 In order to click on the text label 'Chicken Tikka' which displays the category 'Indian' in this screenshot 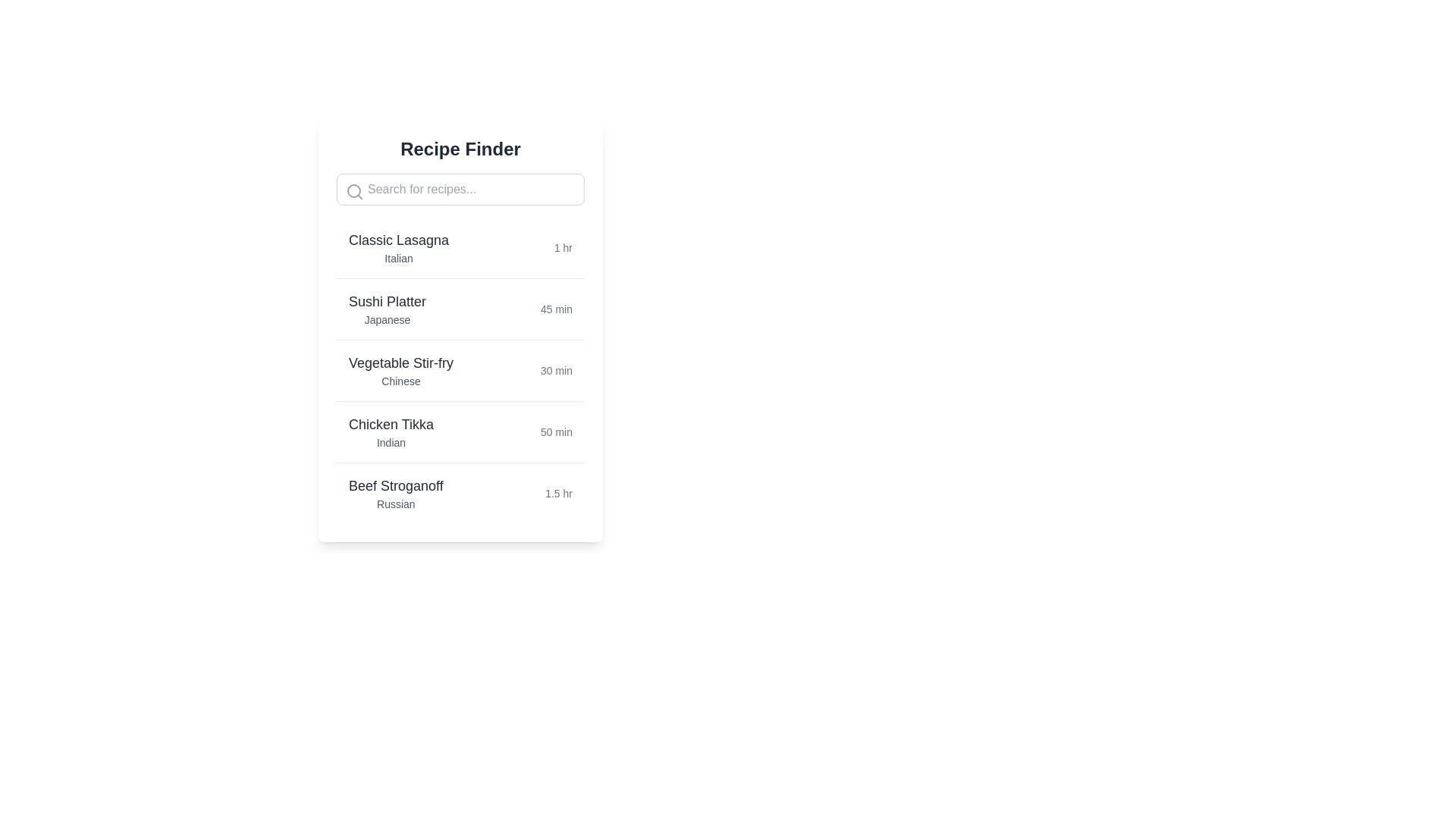, I will do `click(391, 432)`.